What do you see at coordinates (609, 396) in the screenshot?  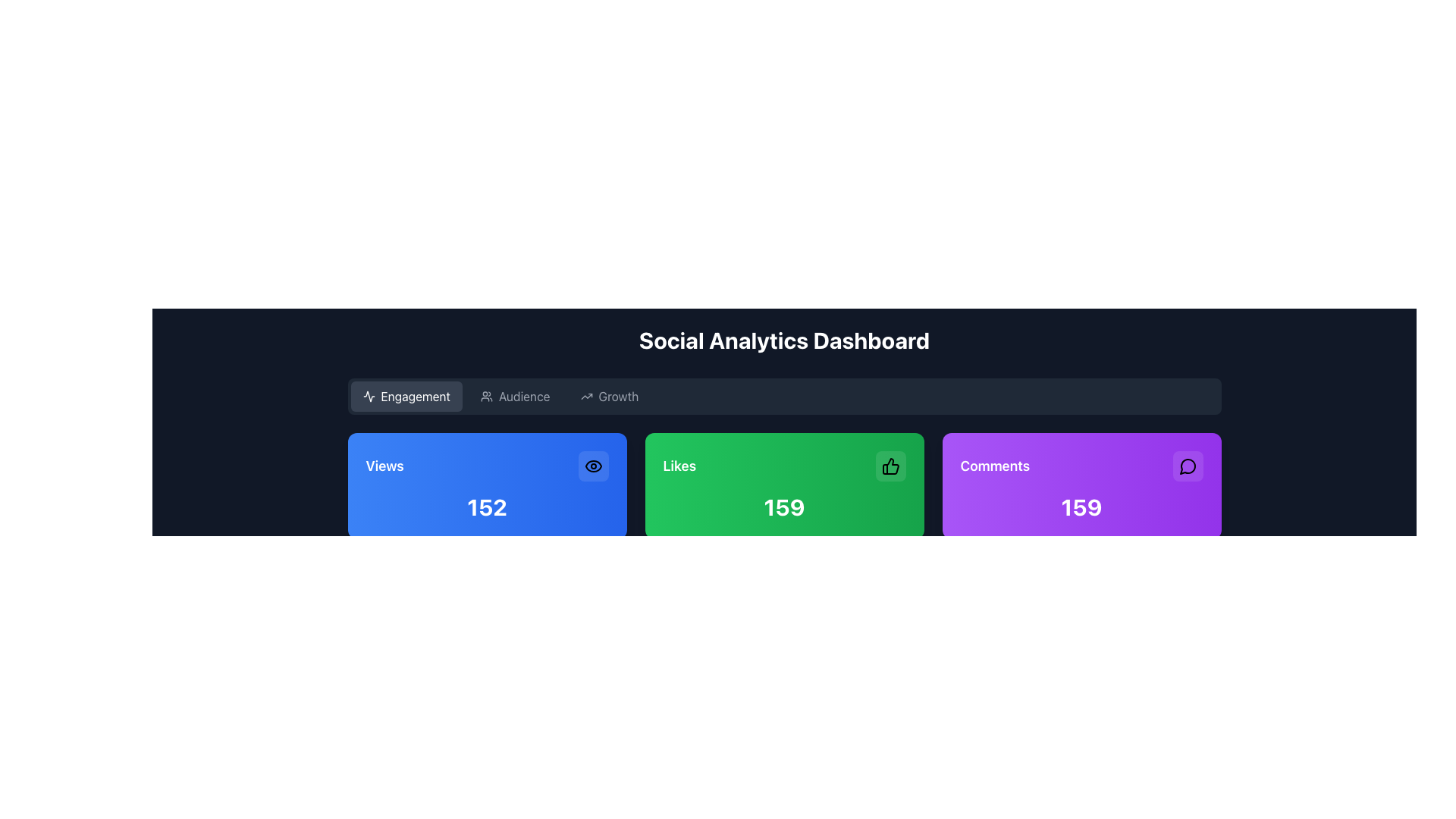 I see `the 'Growth' button` at bounding box center [609, 396].